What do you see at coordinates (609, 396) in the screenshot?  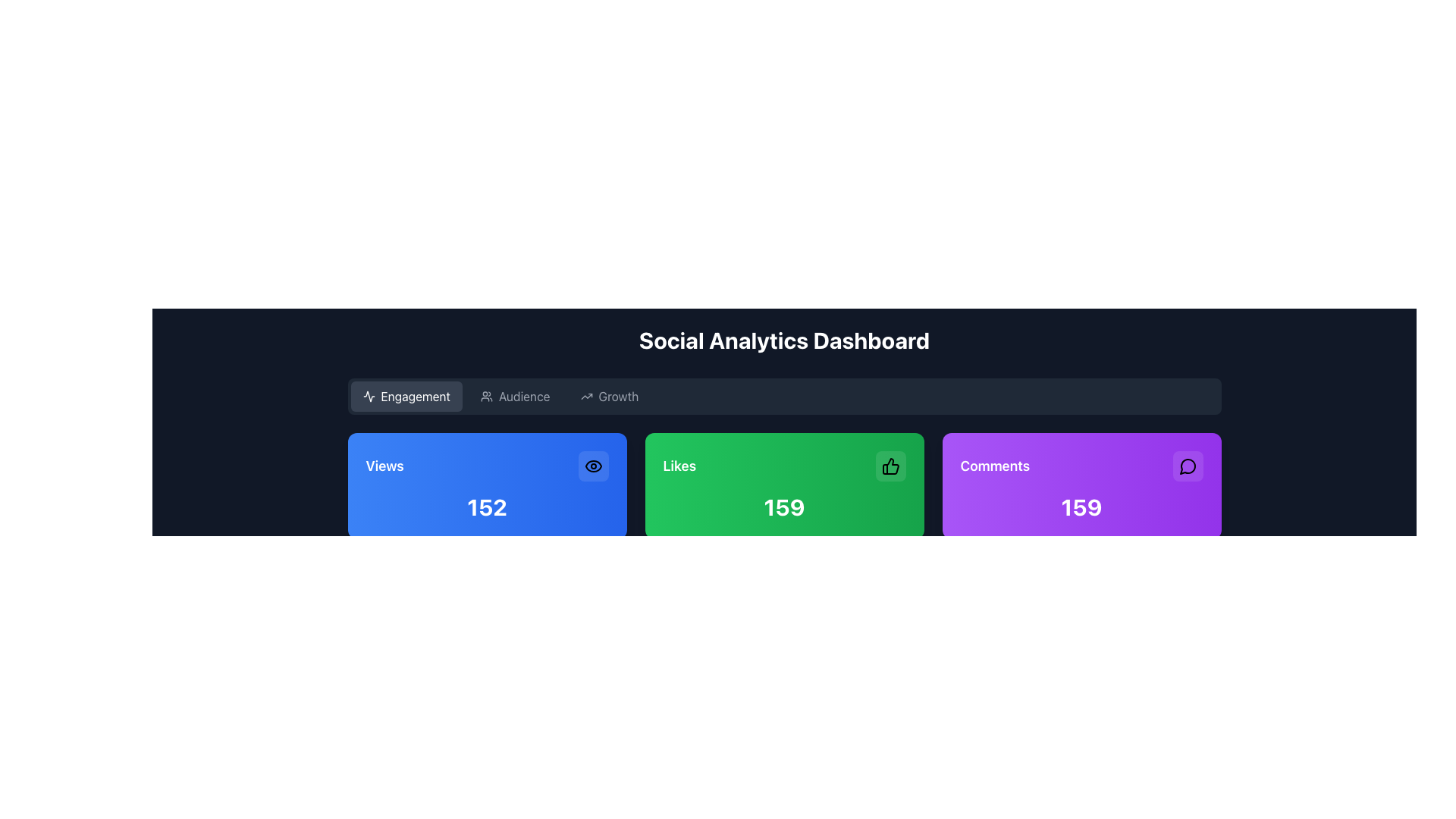 I see `the 'Growth' button` at bounding box center [609, 396].